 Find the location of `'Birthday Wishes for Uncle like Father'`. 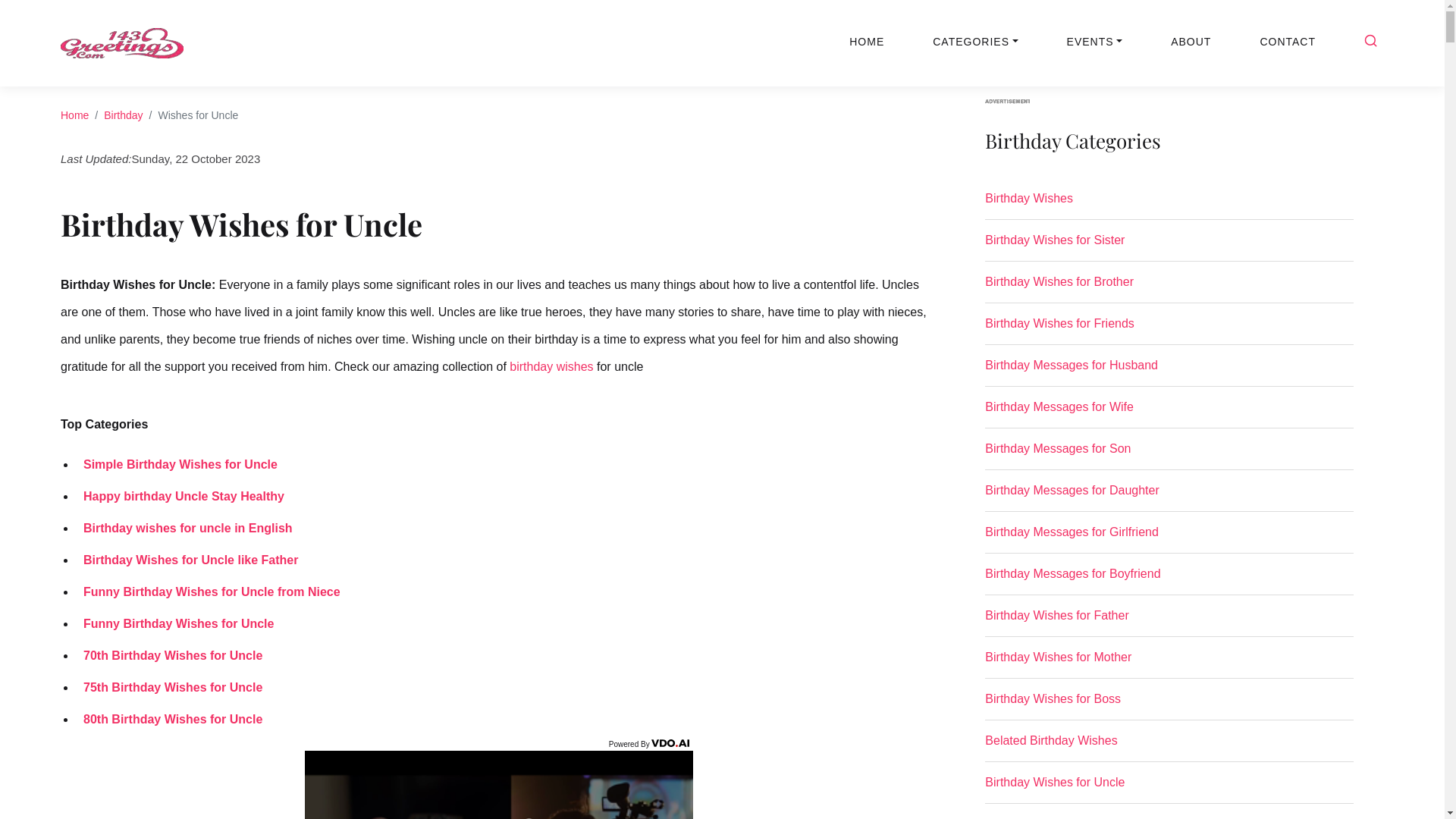

'Birthday Wishes for Uncle like Father' is located at coordinates (75, 560).